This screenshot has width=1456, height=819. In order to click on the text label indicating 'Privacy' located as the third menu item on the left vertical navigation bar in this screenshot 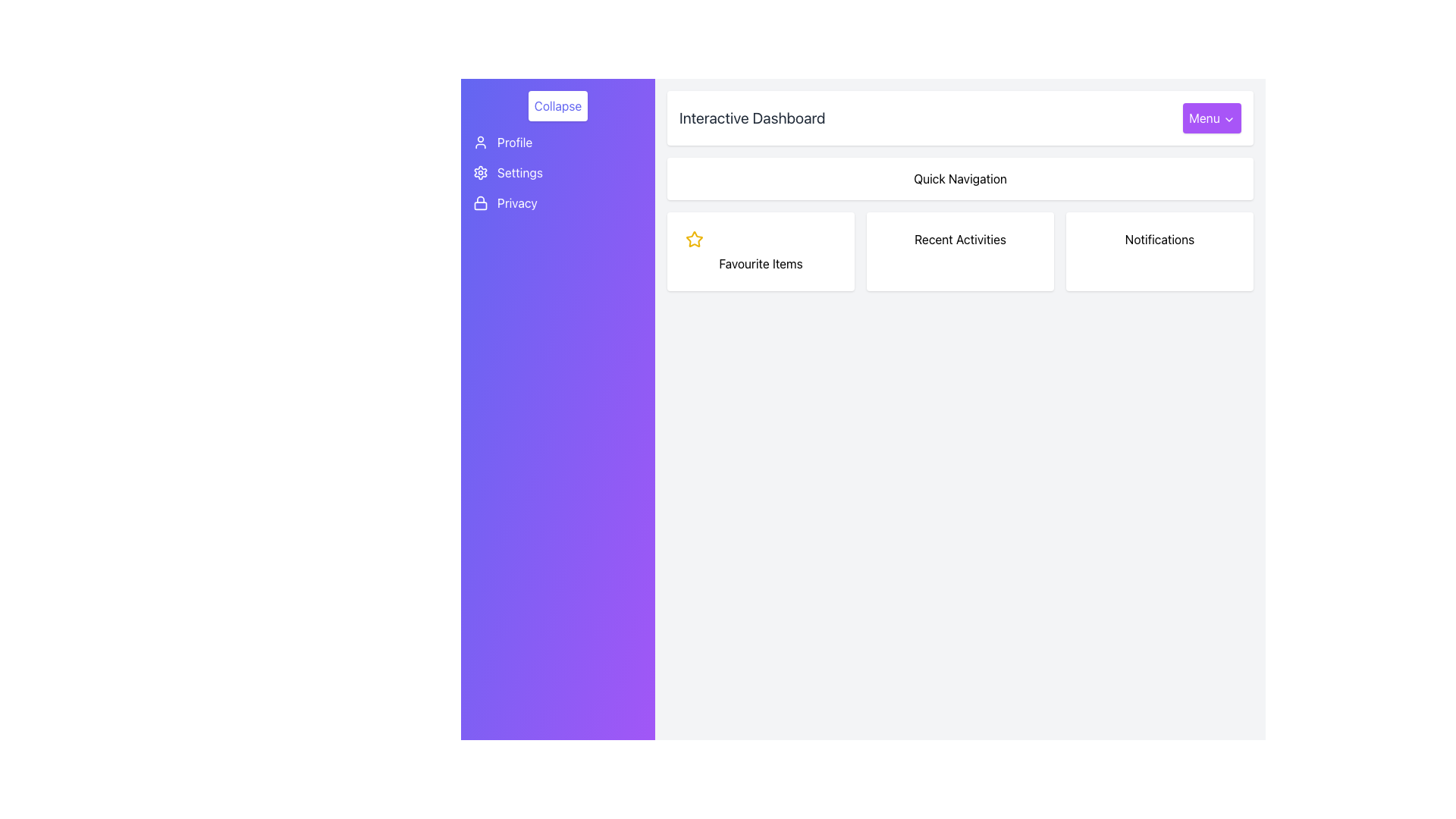, I will do `click(517, 202)`.